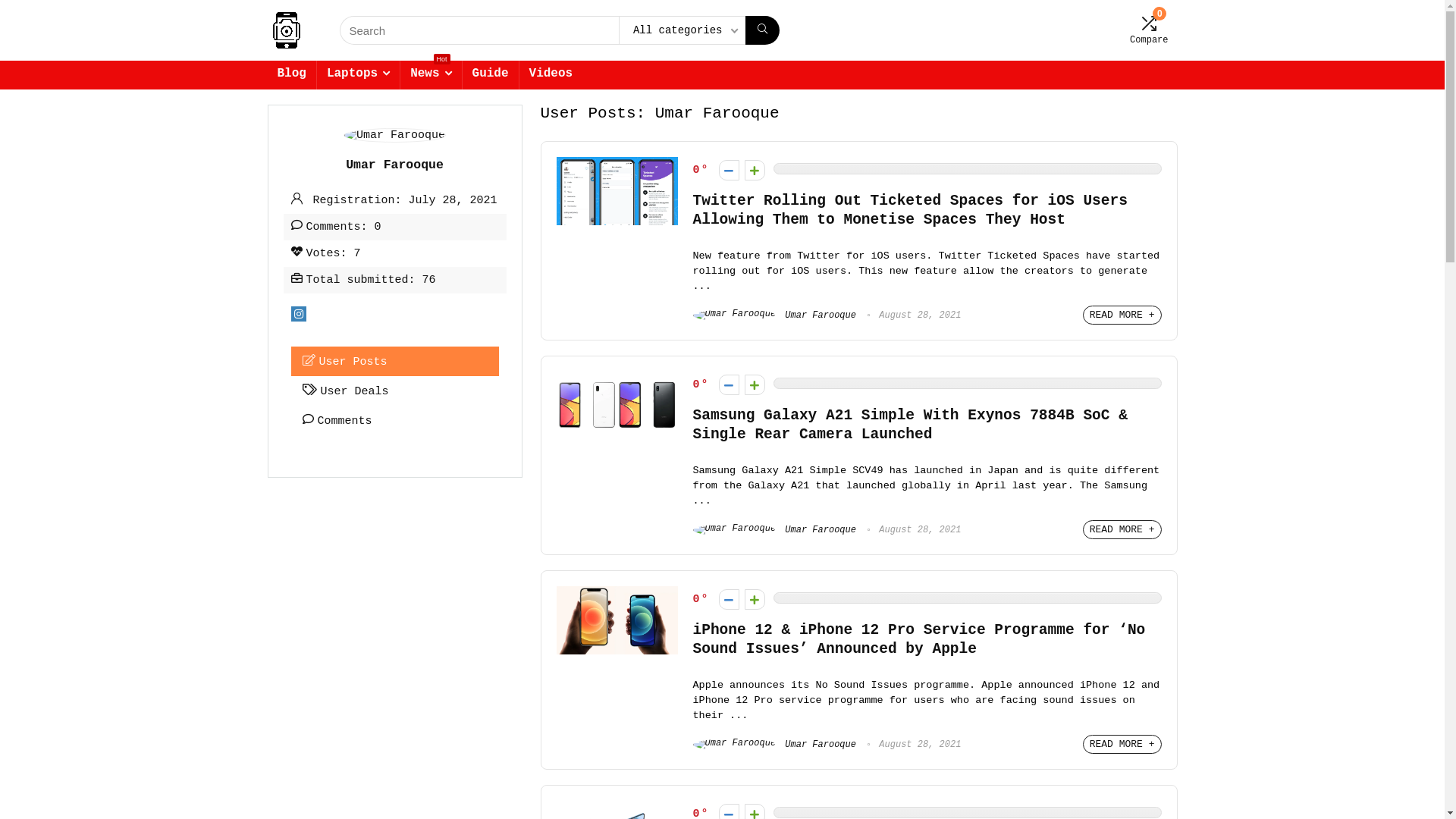  Describe the element at coordinates (774, 744) in the screenshot. I see `'Umar Farooque'` at that location.